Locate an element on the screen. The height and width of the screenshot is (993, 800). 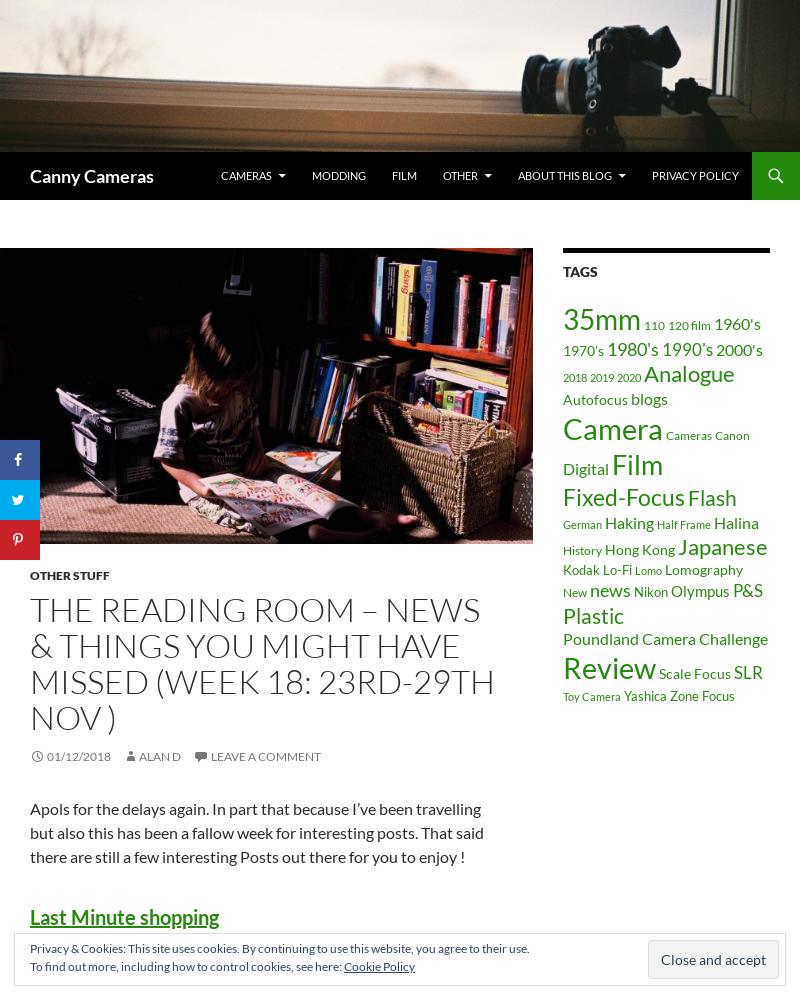
'To find out more, including how to control cookies, see here:' is located at coordinates (185, 966).